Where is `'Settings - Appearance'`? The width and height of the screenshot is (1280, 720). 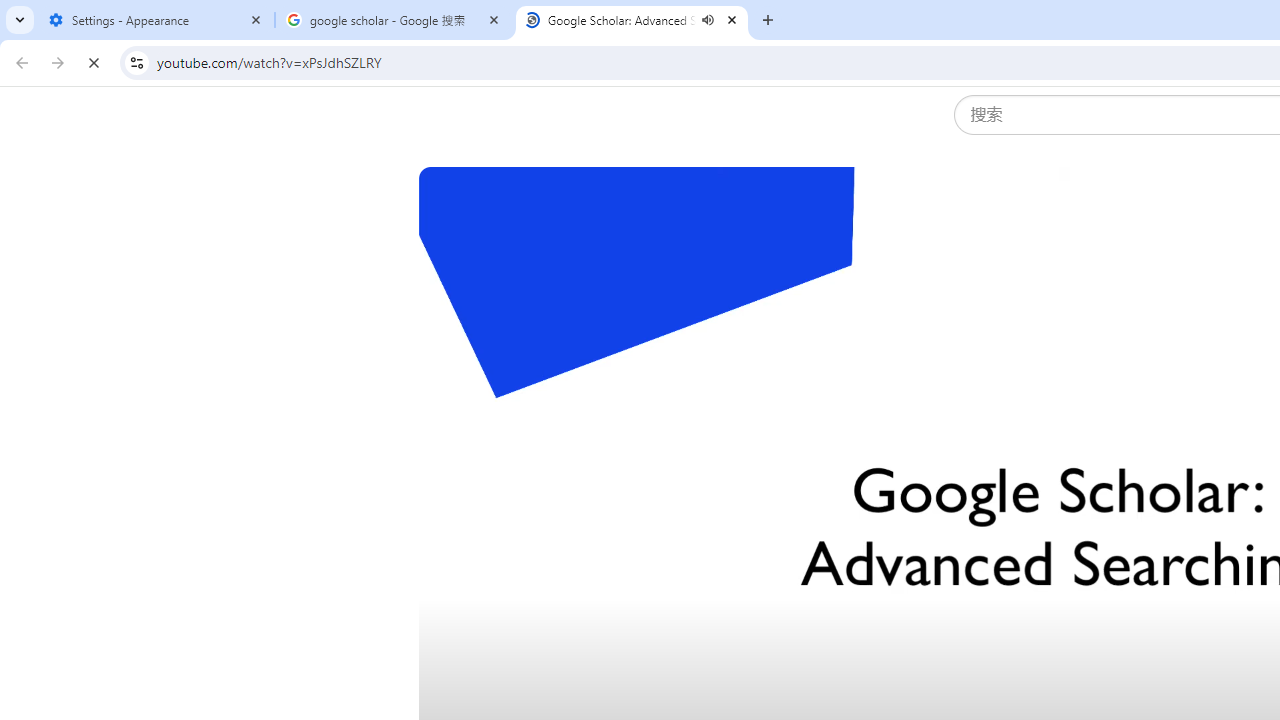
'Settings - Appearance' is located at coordinates (155, 20).